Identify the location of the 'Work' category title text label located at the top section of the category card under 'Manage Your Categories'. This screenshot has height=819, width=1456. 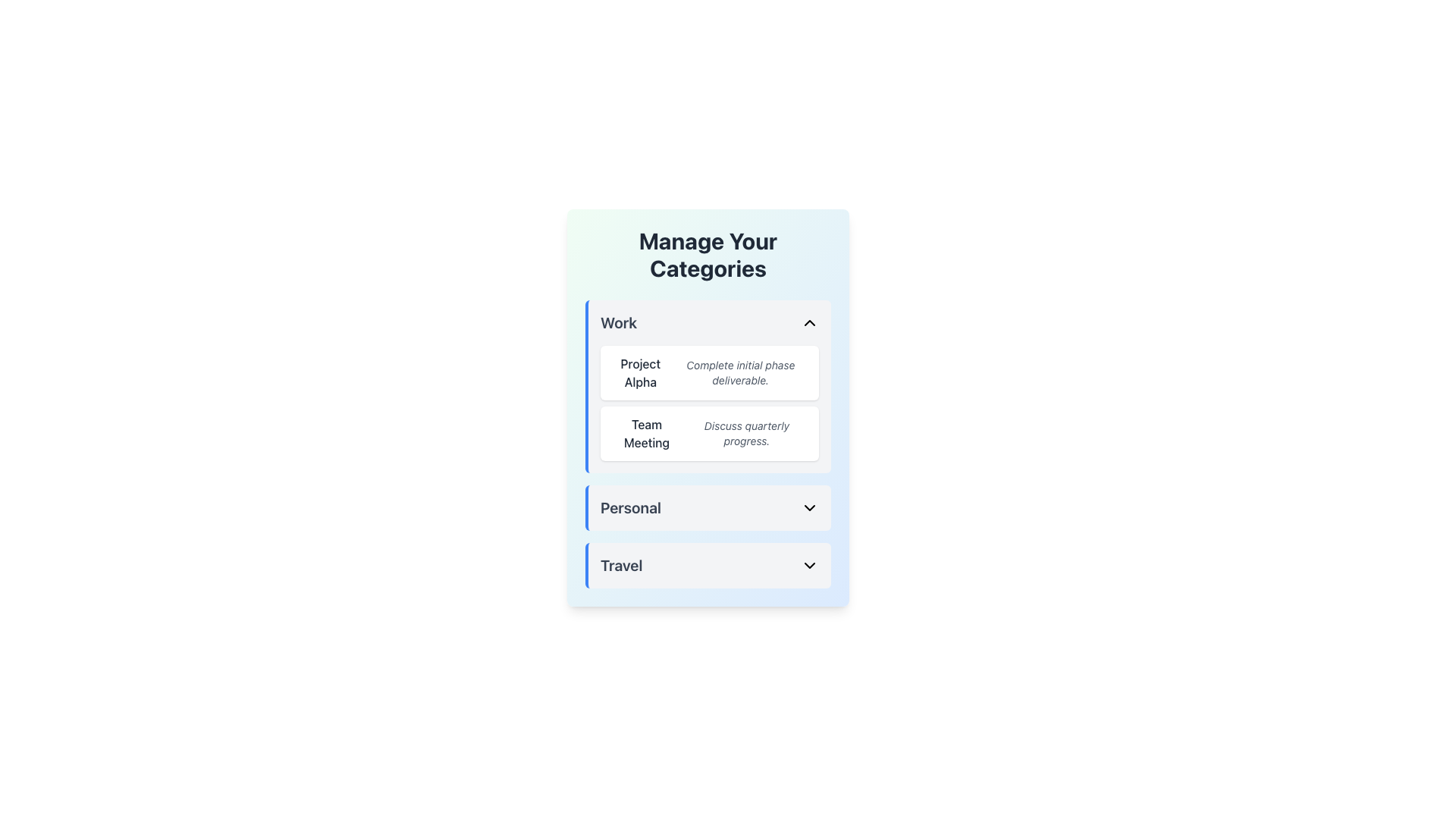
(619, 322).